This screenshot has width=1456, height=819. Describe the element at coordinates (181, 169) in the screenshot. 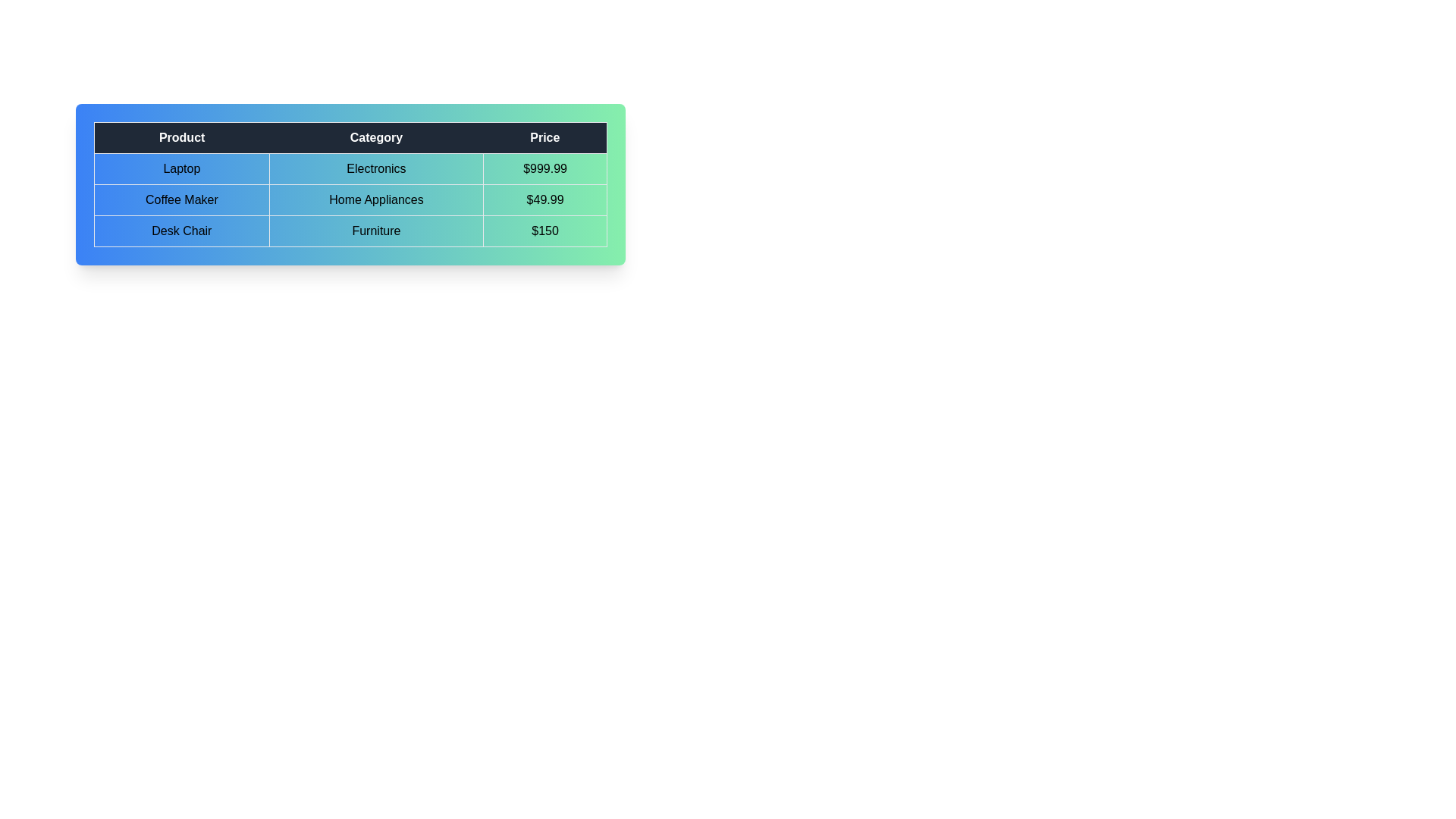

I see `the label representing the product name located in the first row under the 'Product' column of the table layout` at that location.